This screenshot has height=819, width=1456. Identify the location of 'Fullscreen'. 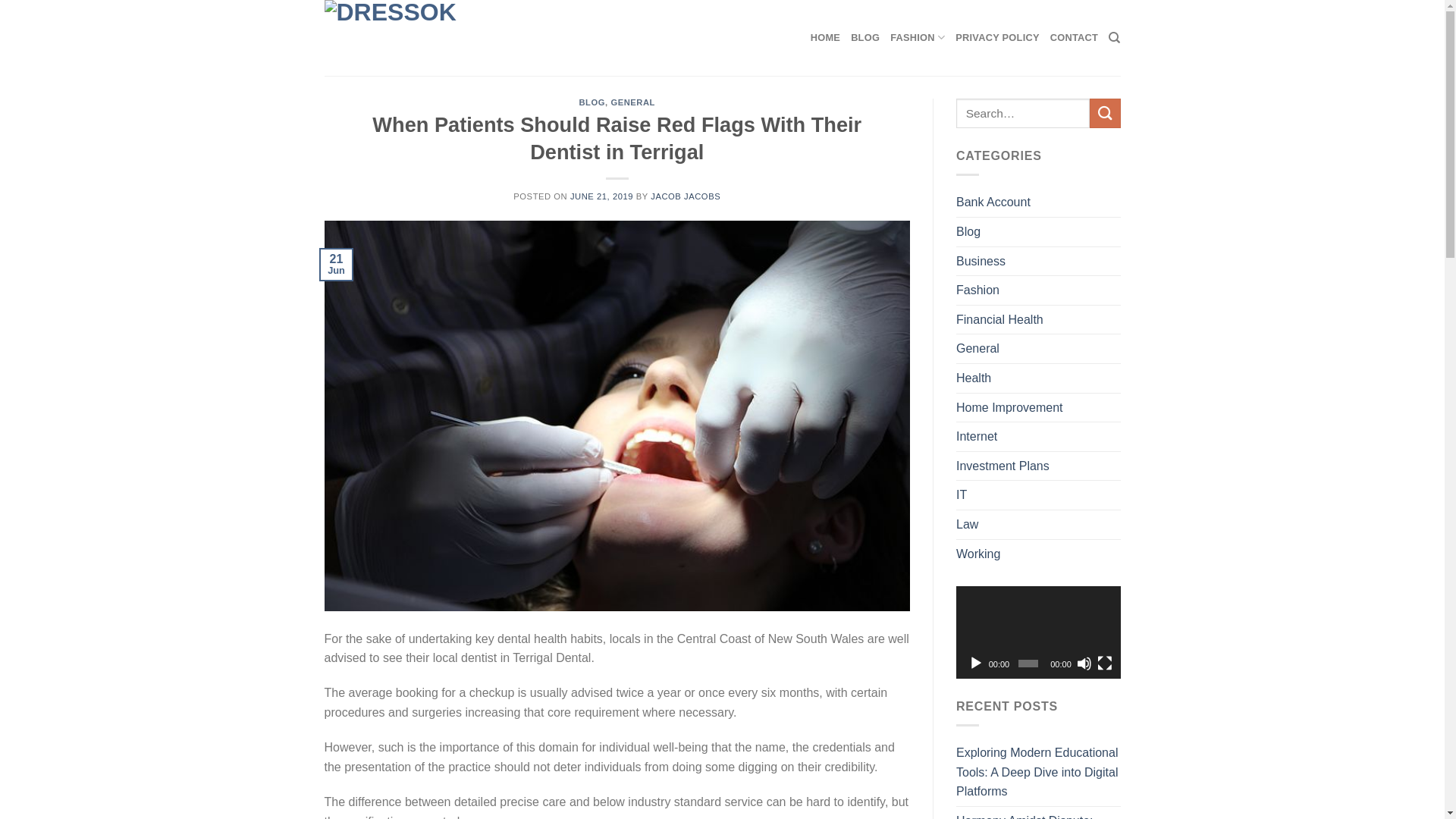
(1097, 663).